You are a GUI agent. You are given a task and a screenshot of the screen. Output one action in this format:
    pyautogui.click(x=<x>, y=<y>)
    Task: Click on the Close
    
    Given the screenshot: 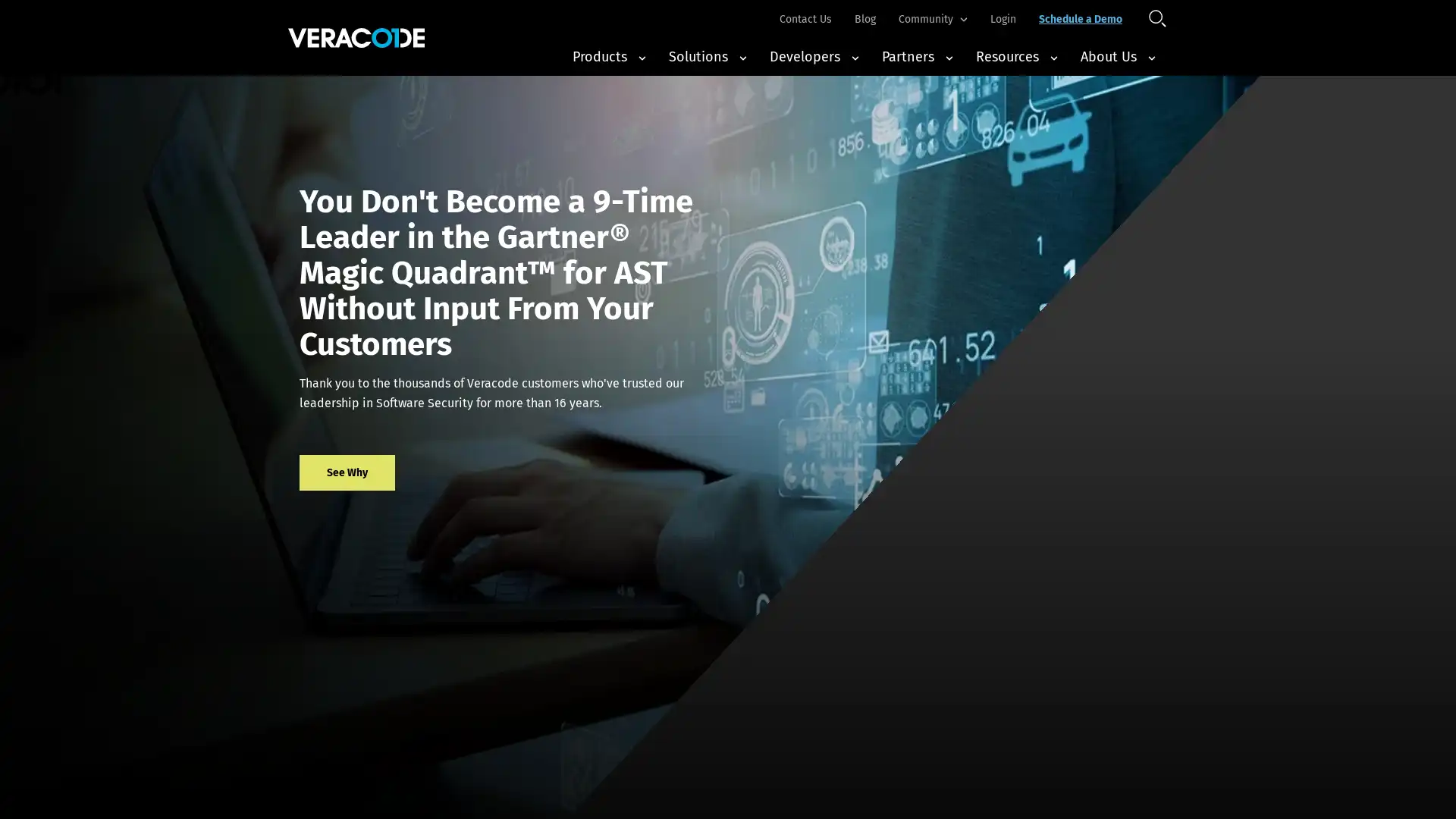 What is the action you would take?
    pyautogui.click(x=1430, y=761)
    